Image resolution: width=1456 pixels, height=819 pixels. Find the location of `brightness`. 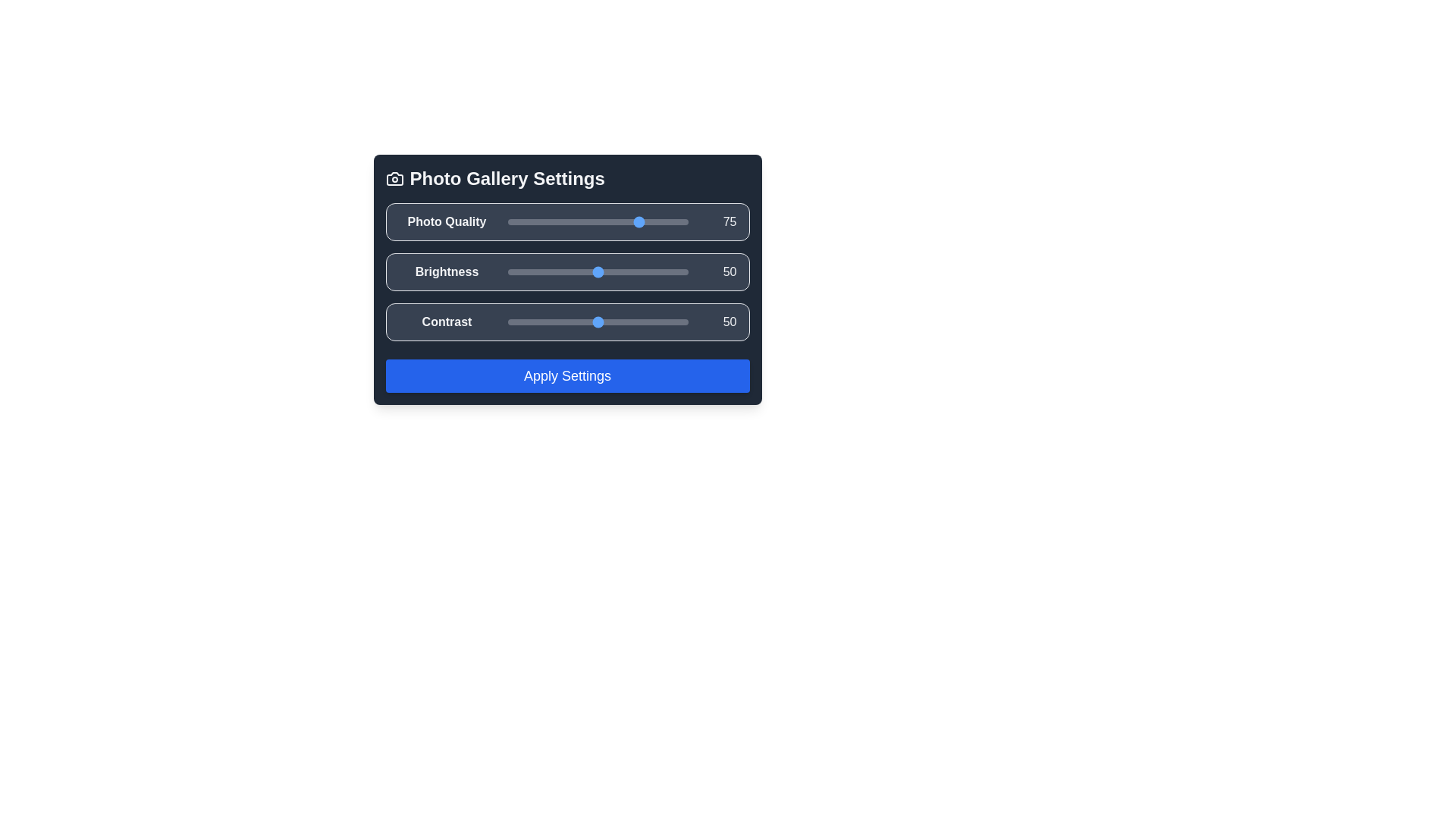

brightness is located at coordinates (531, 271).